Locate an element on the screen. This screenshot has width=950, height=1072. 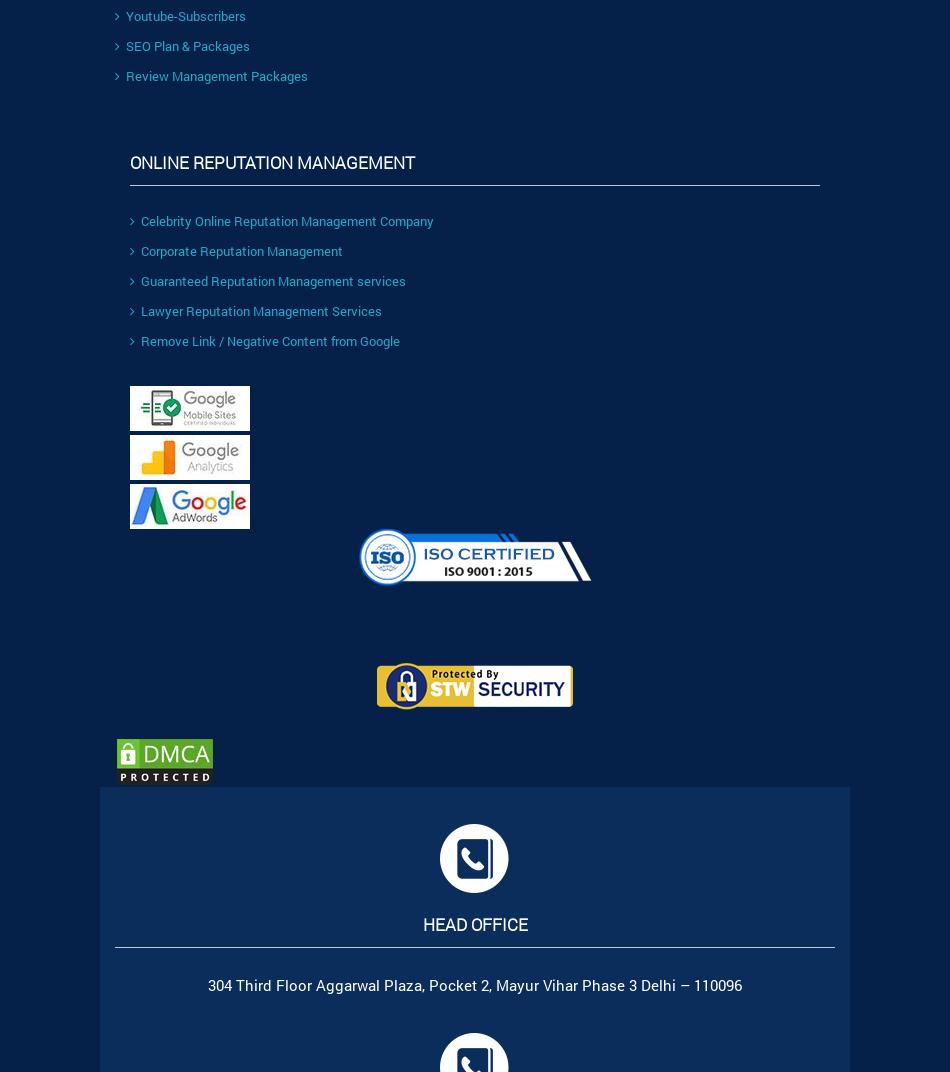
'304 Third Floor Aggarwal Plaza, Pocket 2, Mayur Vihar Phase 3 Delhi – 110096' is located at coordinates (475, 983).